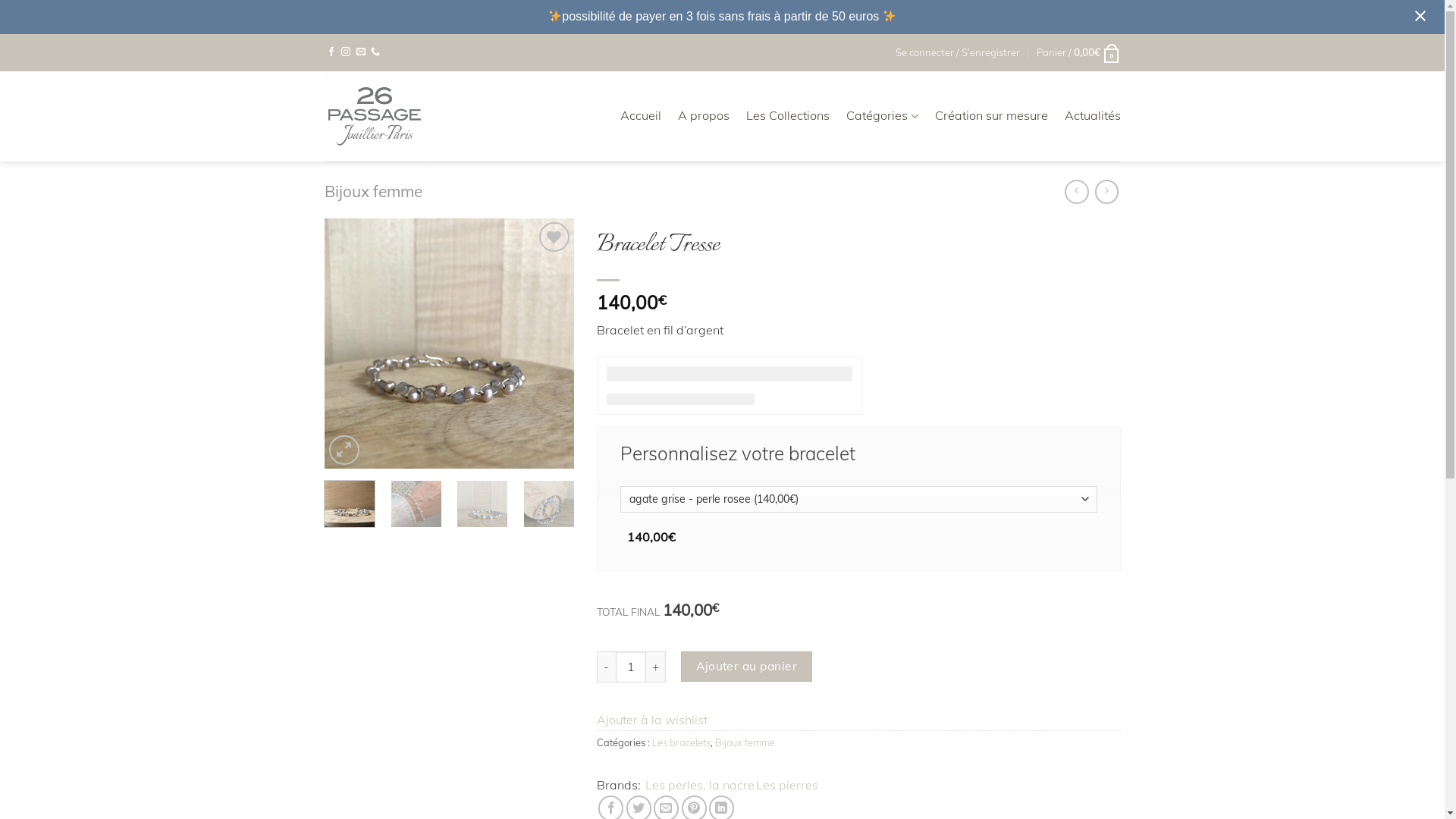 The width and height of the screenshot is (1456, 819). What do you see at coordinates (640, 115) in the screenshot?
I see `'Accueil'` at bounding box center [640, 115].